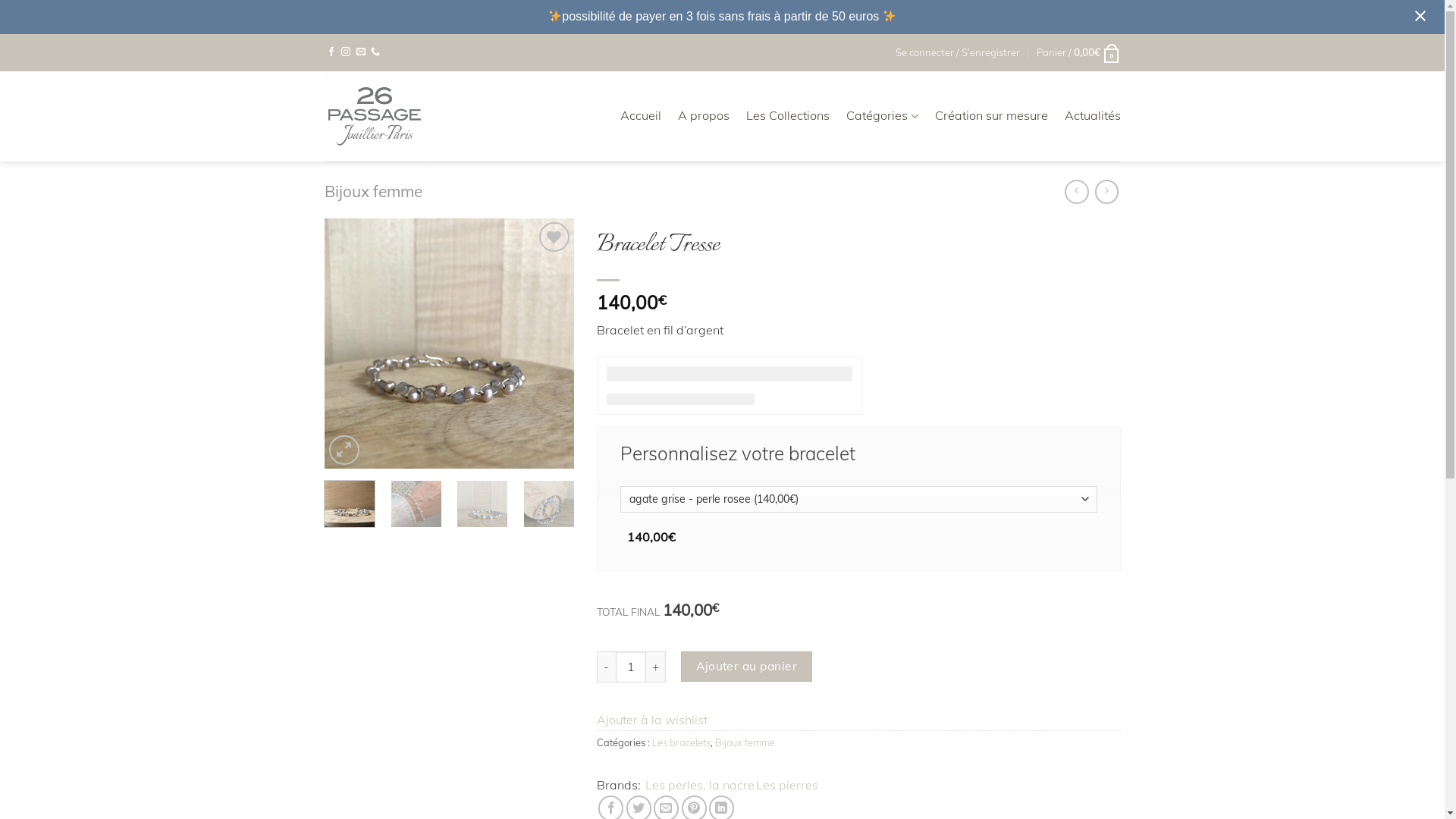 The width and height of the screenshot is (1456, 819). What do you see at coordinates (640, 115) in the screenshot?
I see `'Accueil'` at bounding box center [640, 115].